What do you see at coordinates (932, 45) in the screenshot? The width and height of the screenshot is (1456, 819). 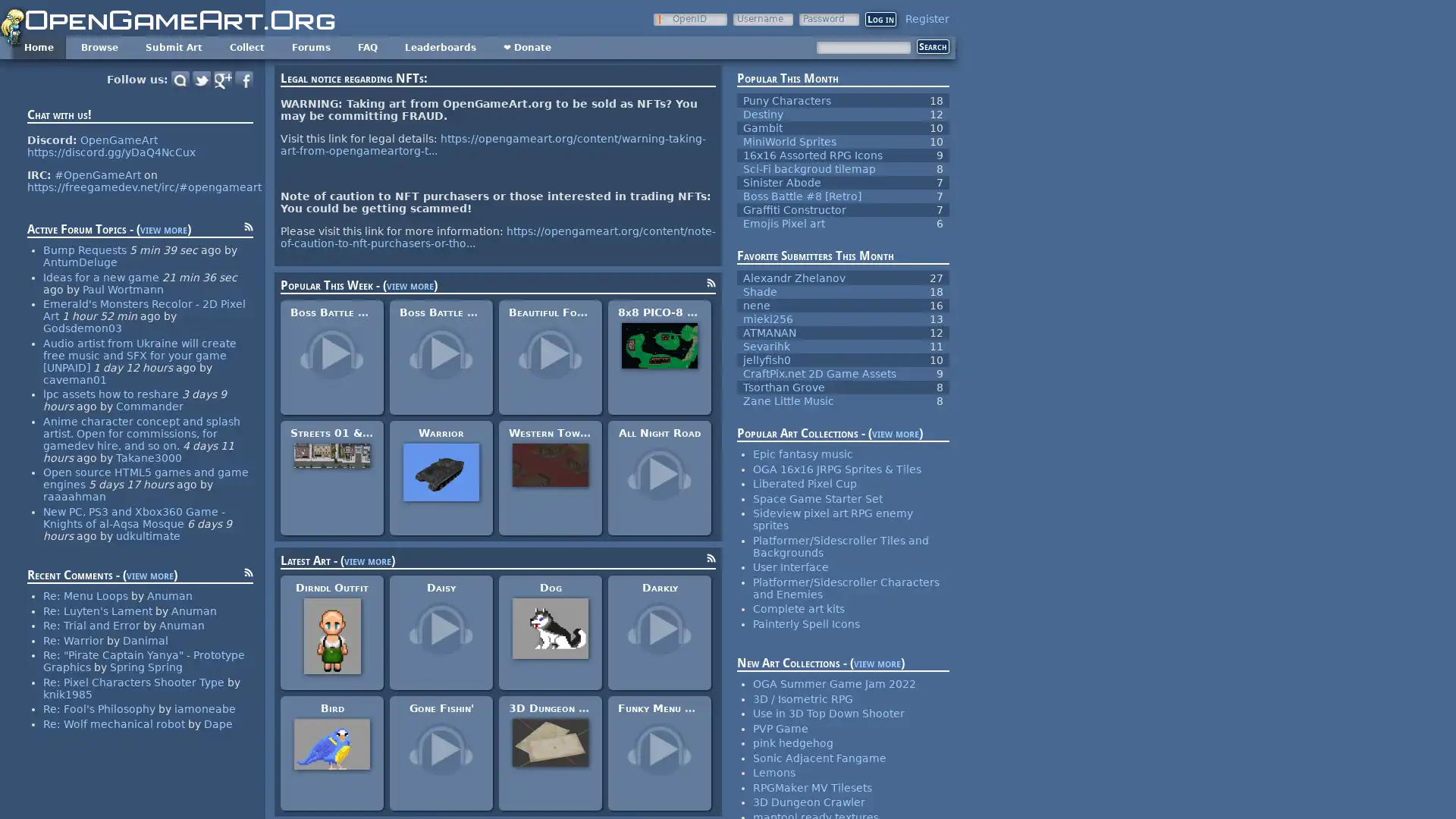 I see `Search` at bounding box center [932, 45].